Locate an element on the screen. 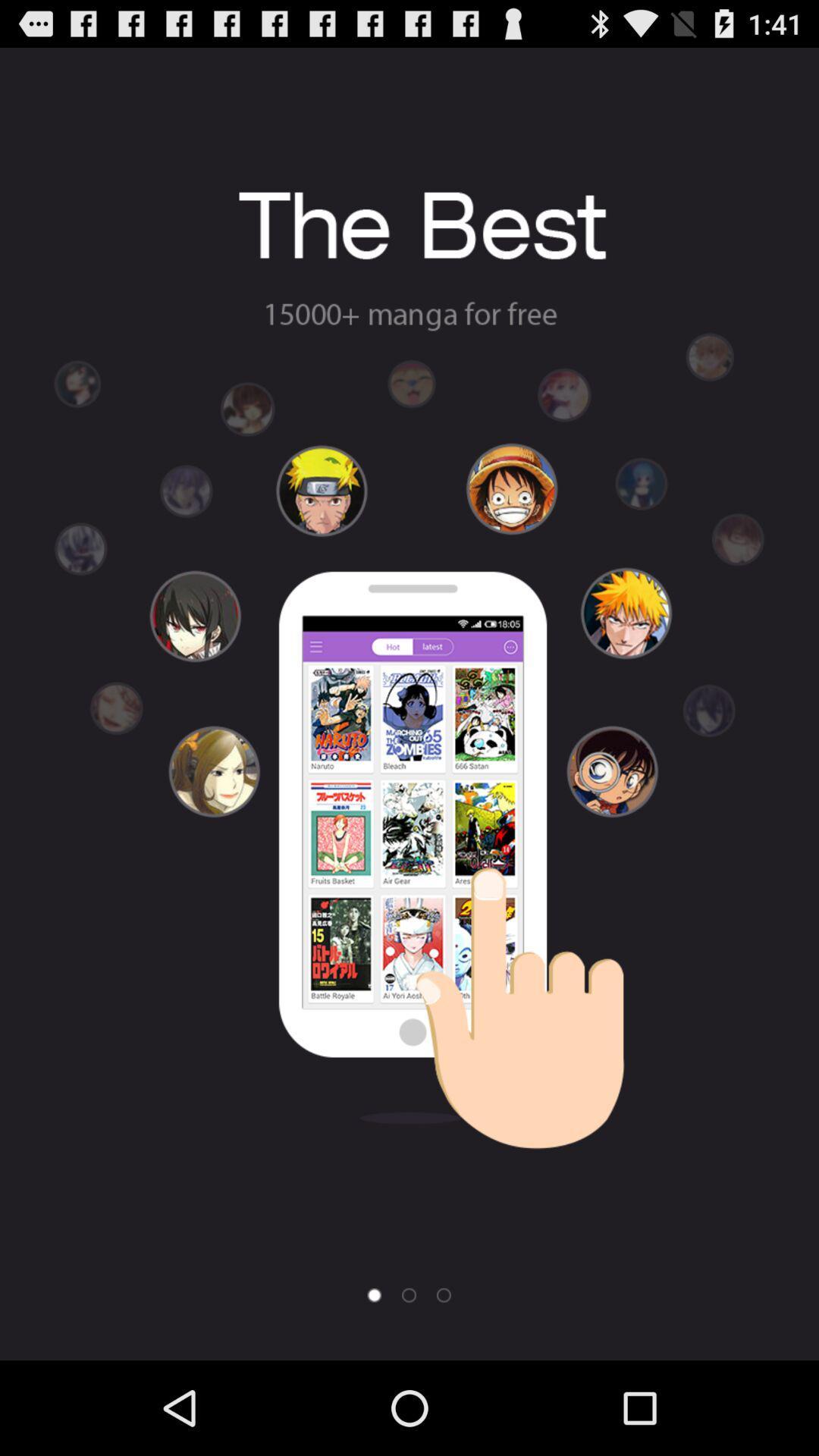 The width and height of the screenshot is (819, 1456). move to next screen is located at coordinates (444, 1294).